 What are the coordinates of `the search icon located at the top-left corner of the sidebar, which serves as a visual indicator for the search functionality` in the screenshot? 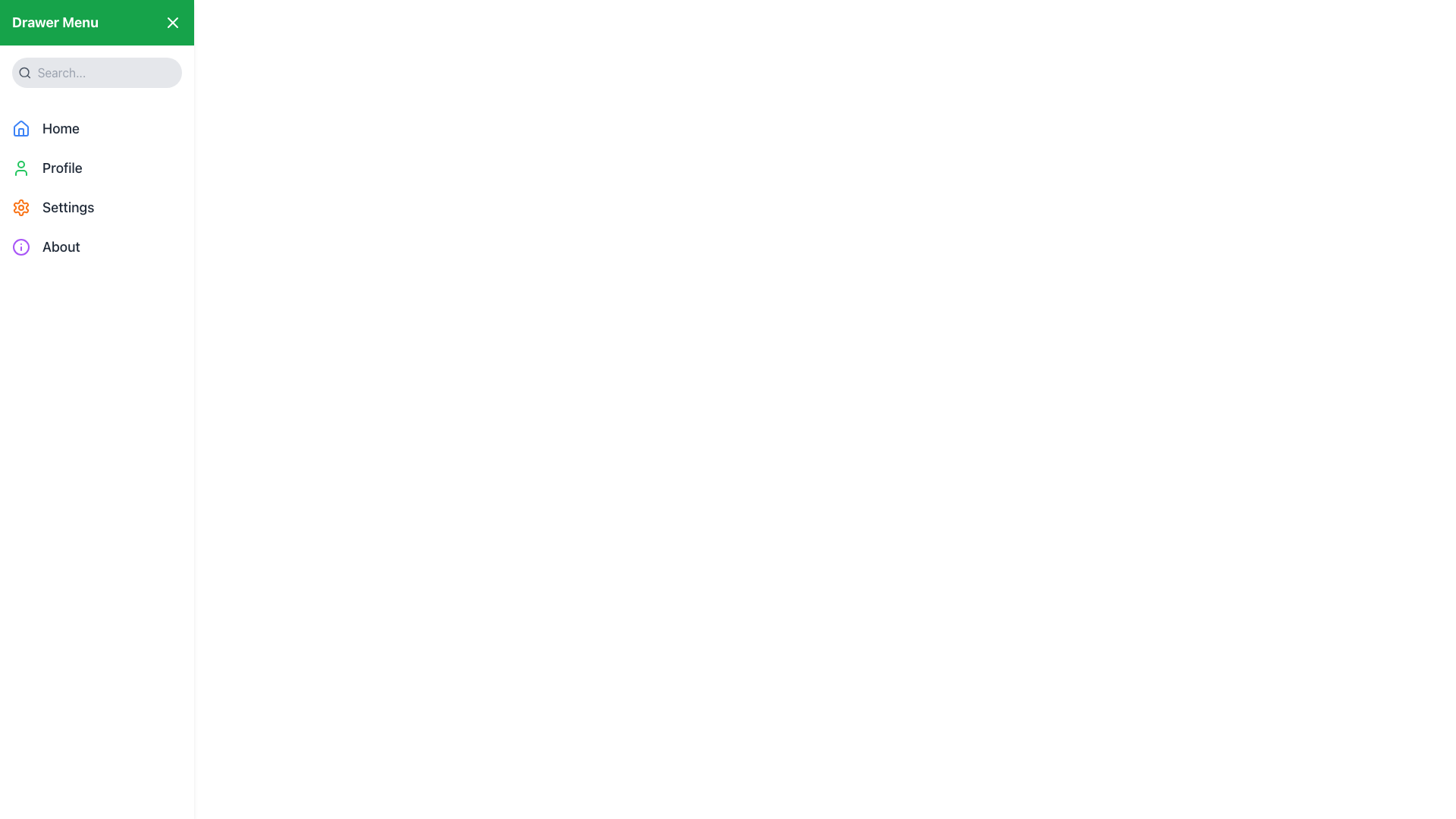 It's located at (24, 73).